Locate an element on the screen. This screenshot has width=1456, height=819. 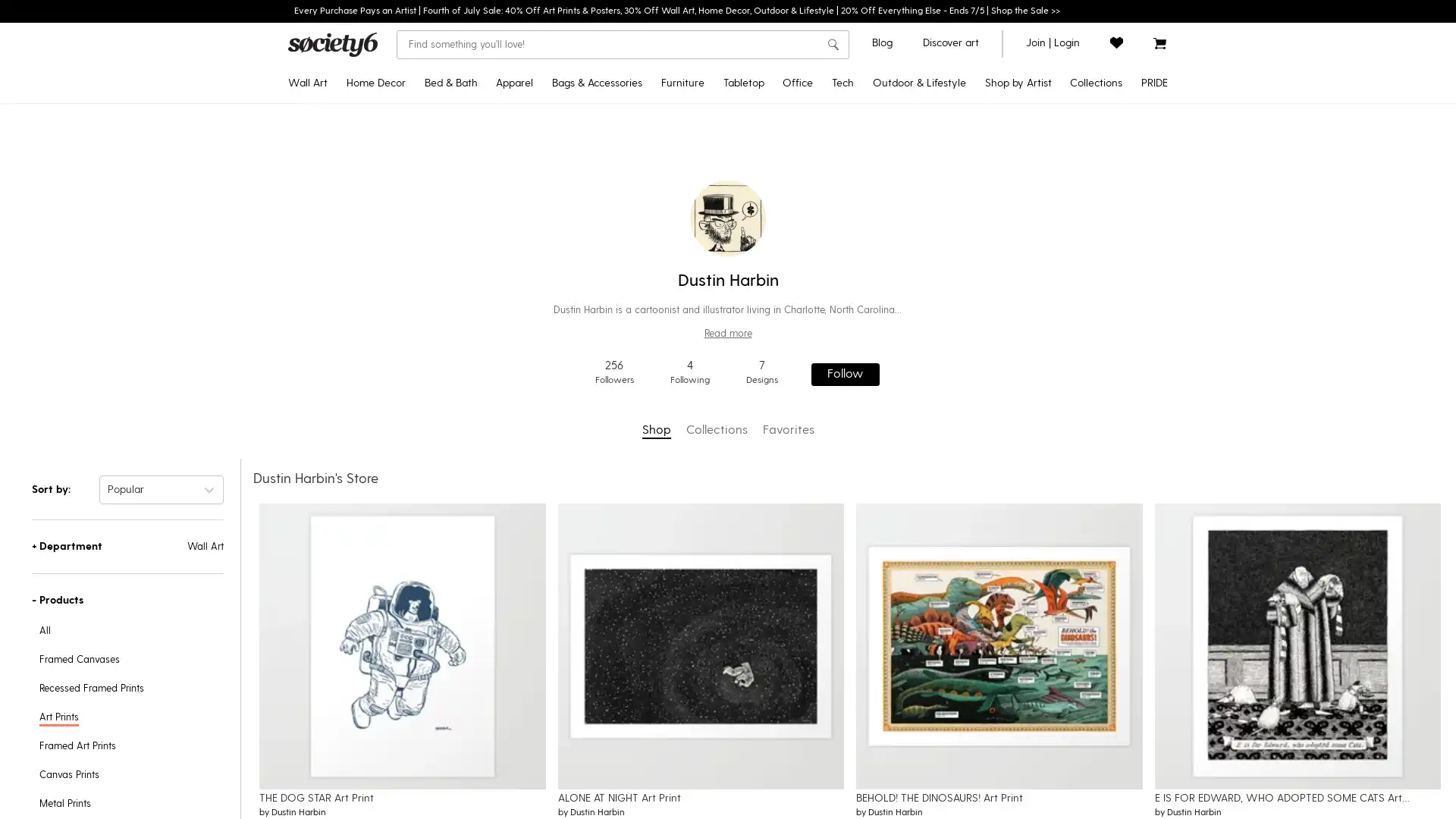
Stationery Cards is located at coordinates (835, 317).